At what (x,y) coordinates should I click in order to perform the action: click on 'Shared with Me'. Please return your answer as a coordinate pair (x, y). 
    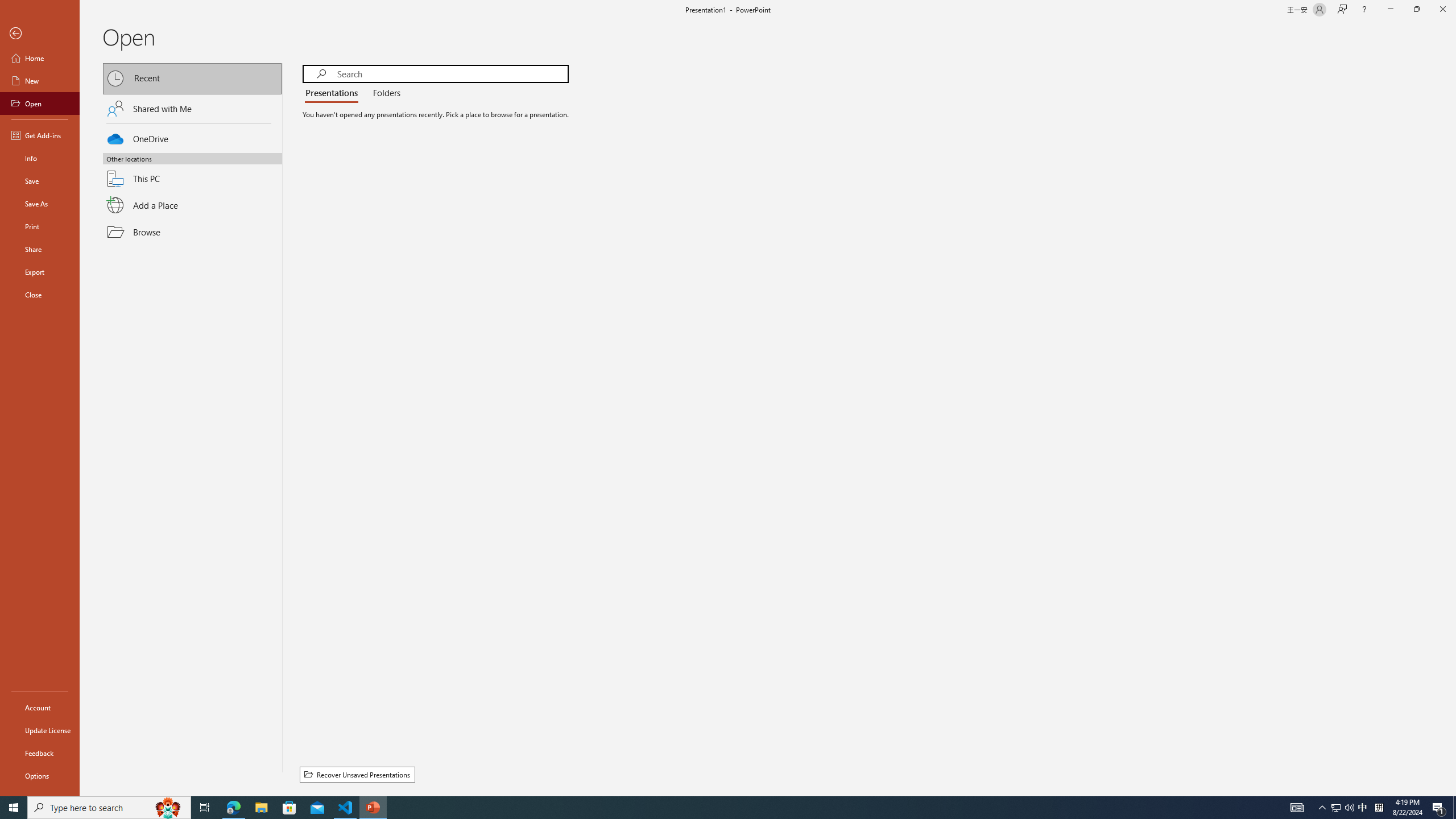
    Looking at the image, I should click on (192, 107).